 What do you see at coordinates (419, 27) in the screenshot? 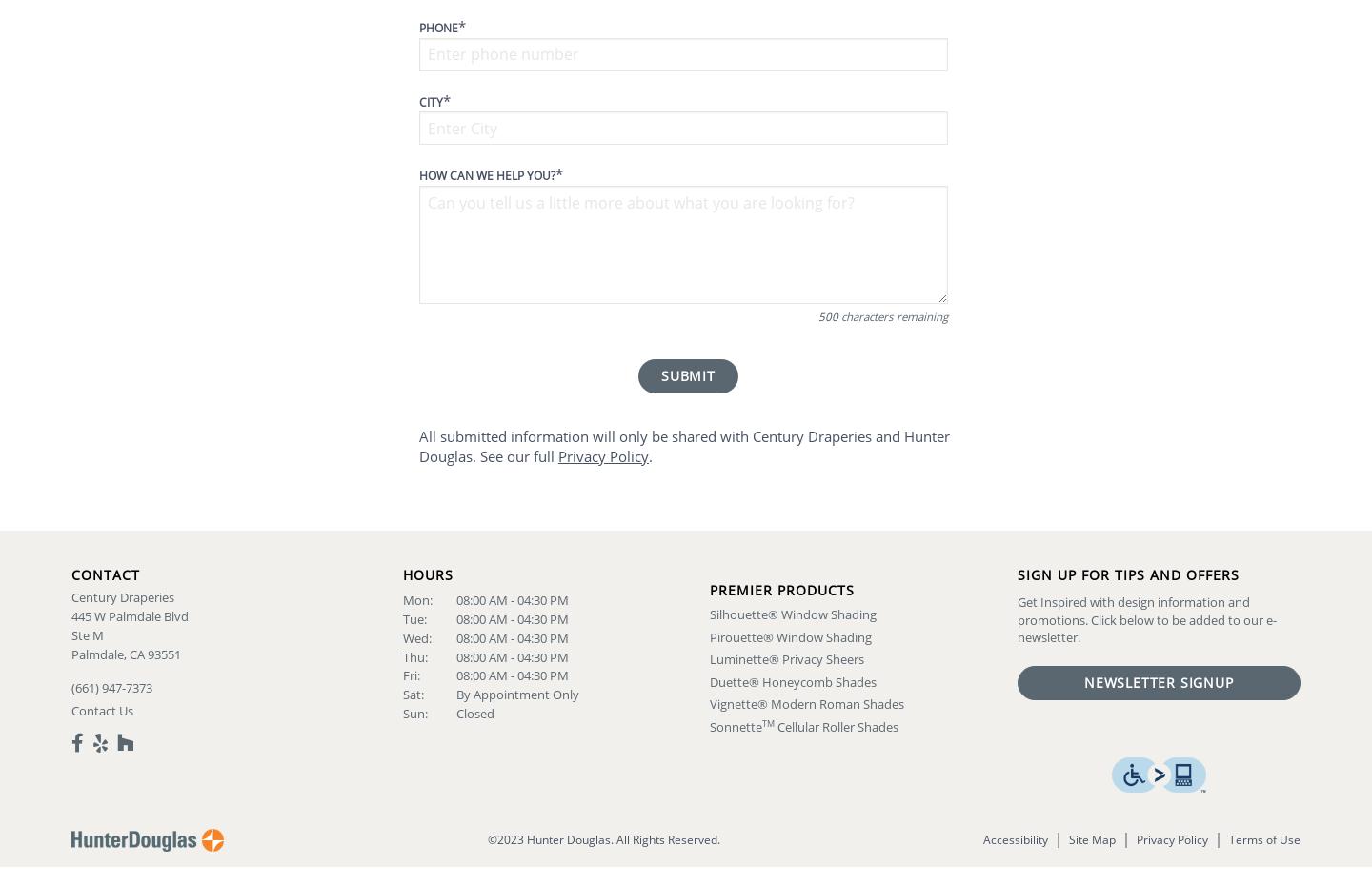
I see `'Phone'` at bounding box center [419, 27].